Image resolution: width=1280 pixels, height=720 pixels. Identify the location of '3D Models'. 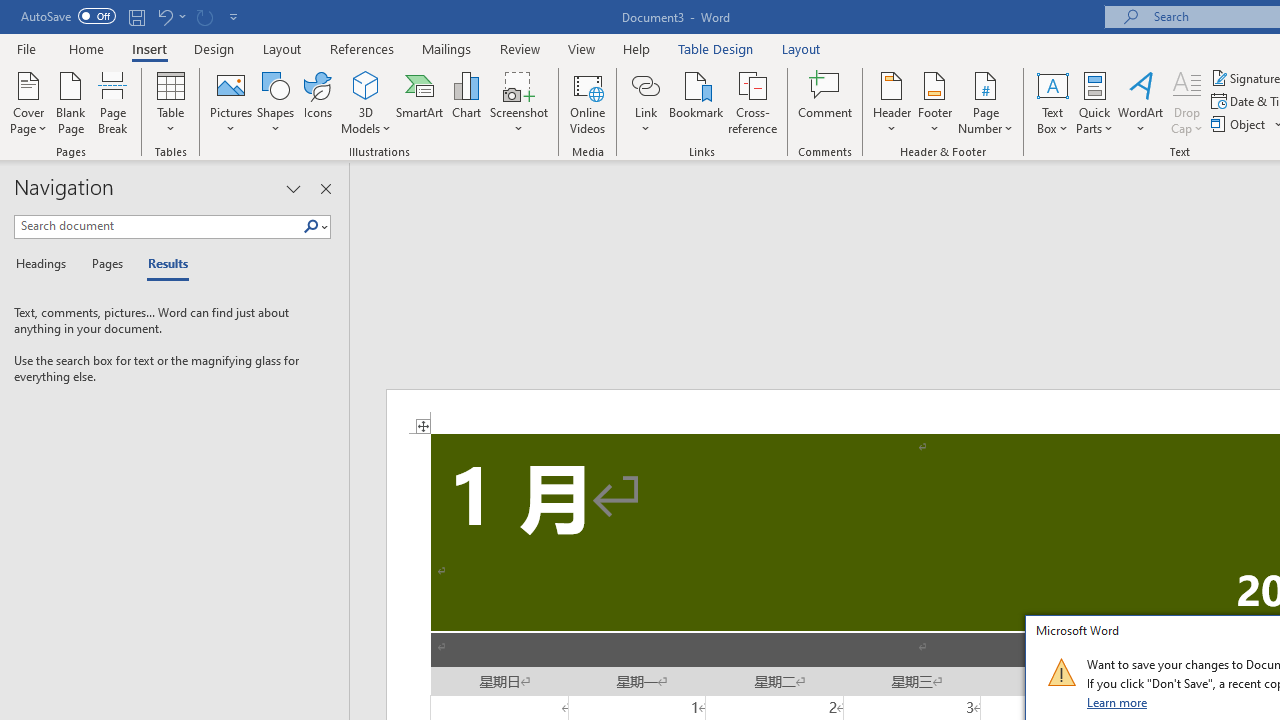
(366, 84).